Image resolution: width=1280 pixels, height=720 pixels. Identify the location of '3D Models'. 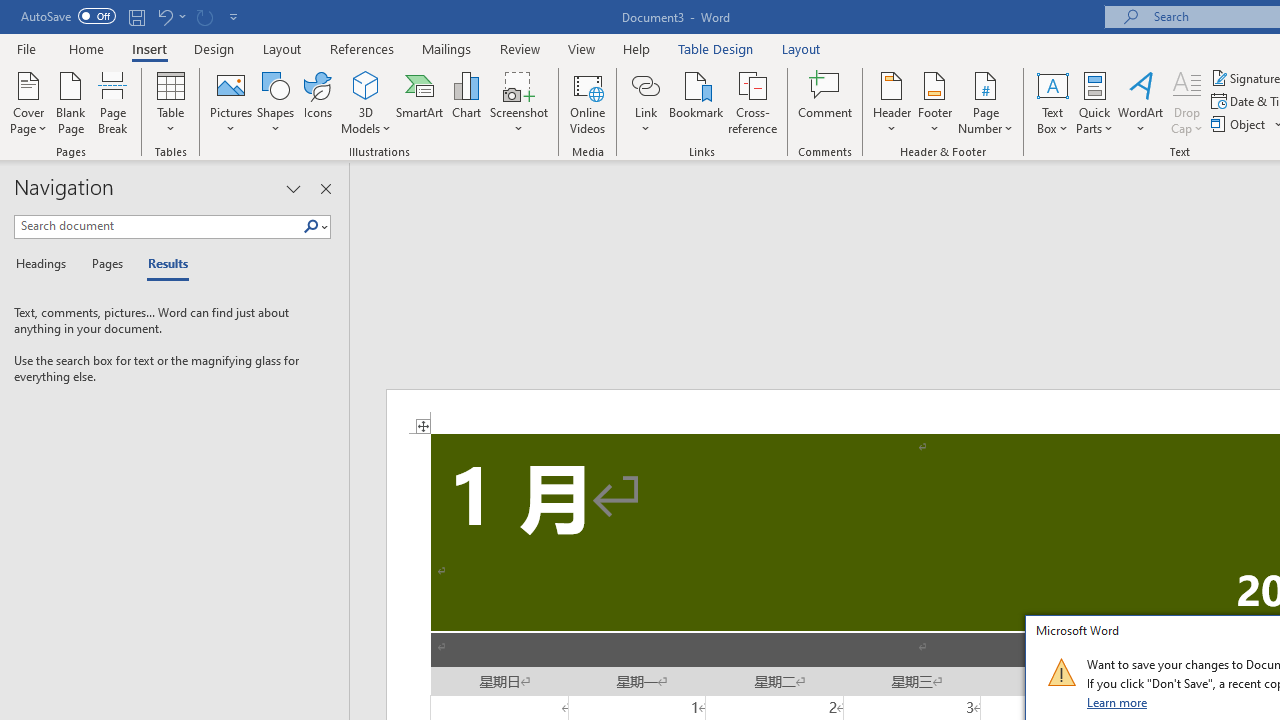
(366, 84).